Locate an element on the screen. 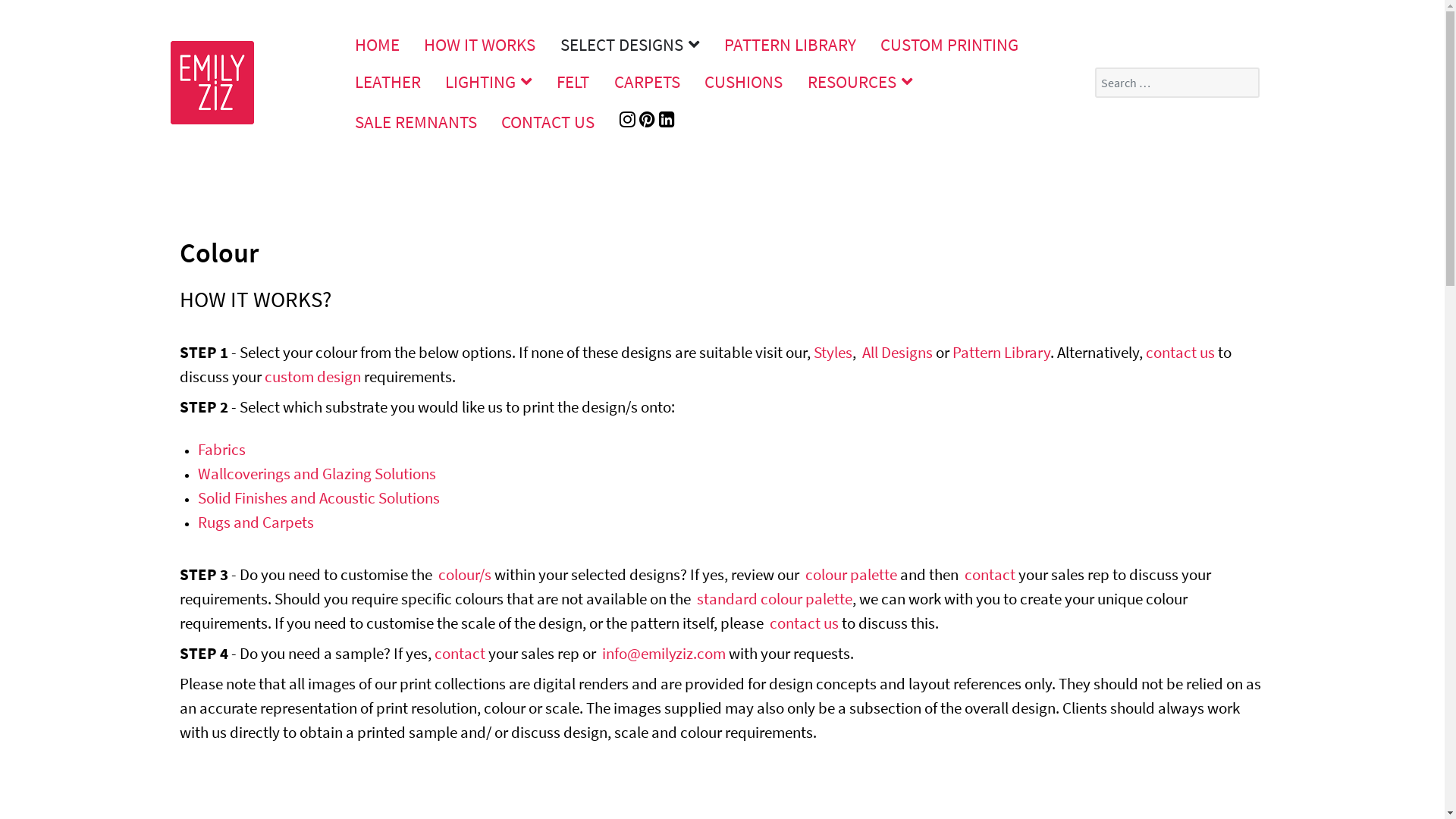 This screenshot has width=1456, height=819. 'Solid Finishes and Acoustic Solutions' is located at coordinates (317, 497).